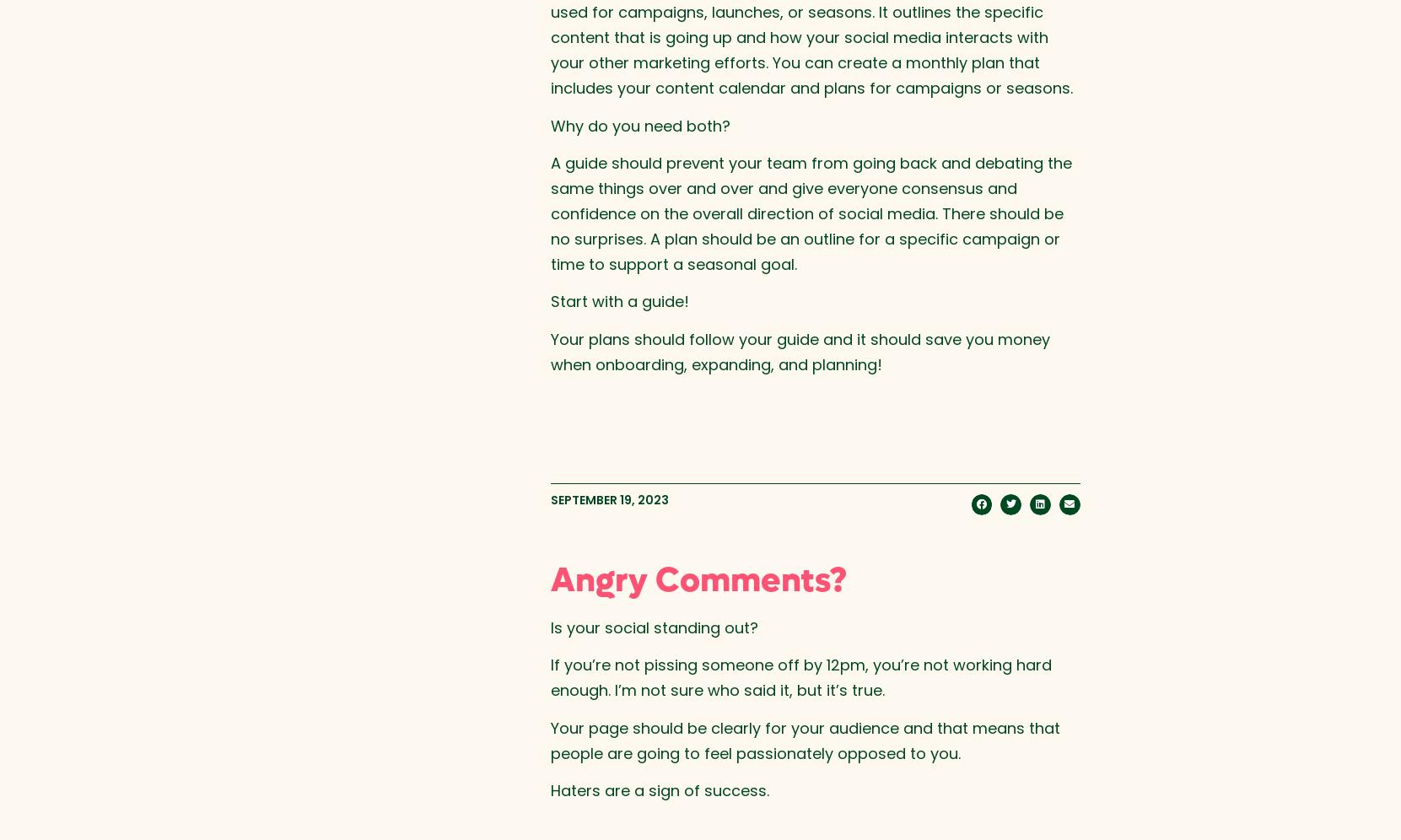 This screenshot has height=840, width=1401. I want to click on 'If you’re not pissing someone off by 12pm, you’re not working hard enough. I’m not sure who said it, but it’s true.', so click(799, 676).